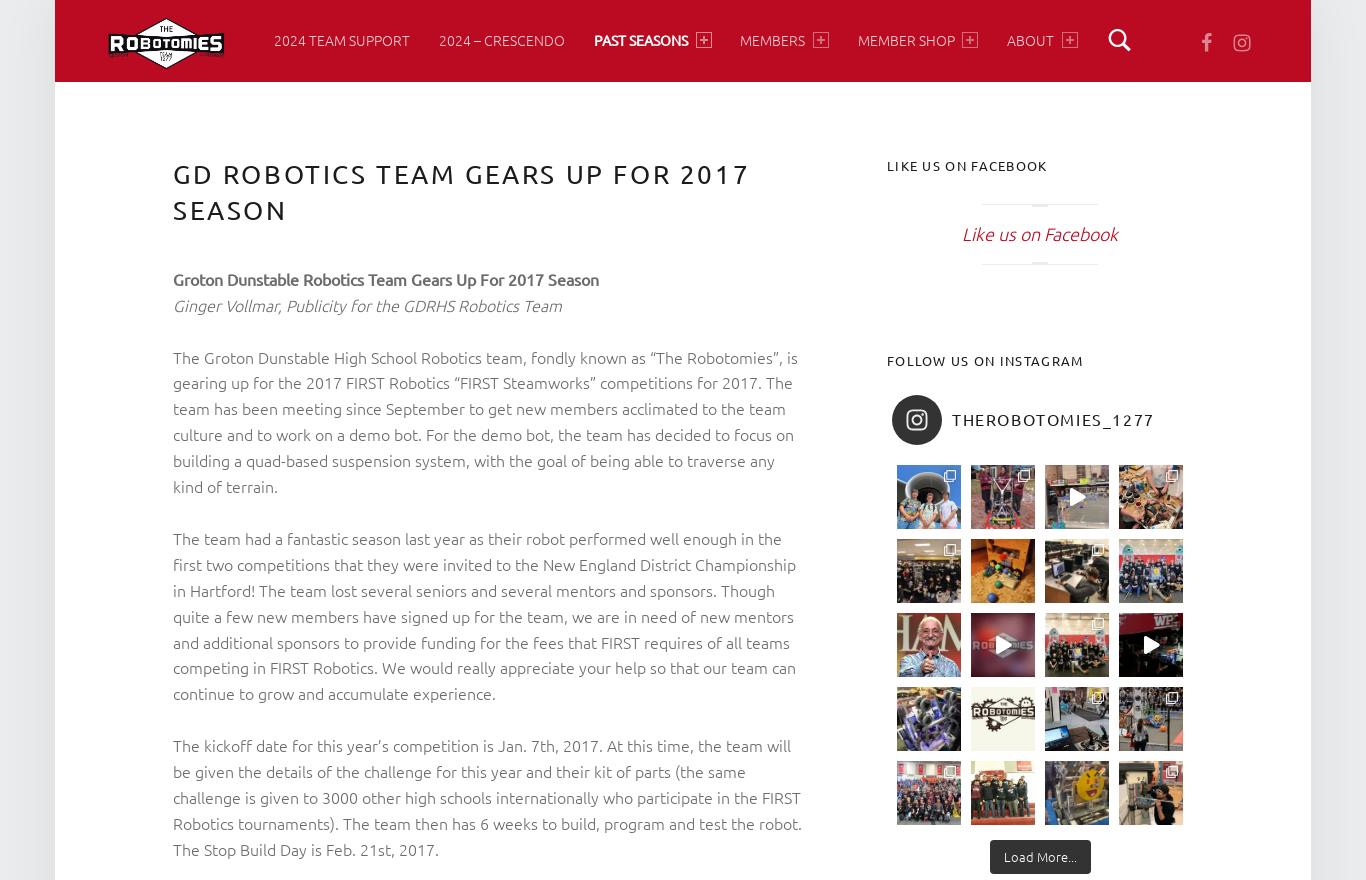 Image resolution: width=1366 pixels, height=880 pixels. I want to click on 'Groton Dunstable Robotics Team Gears Up For 2017 Season', so click(385, 277).